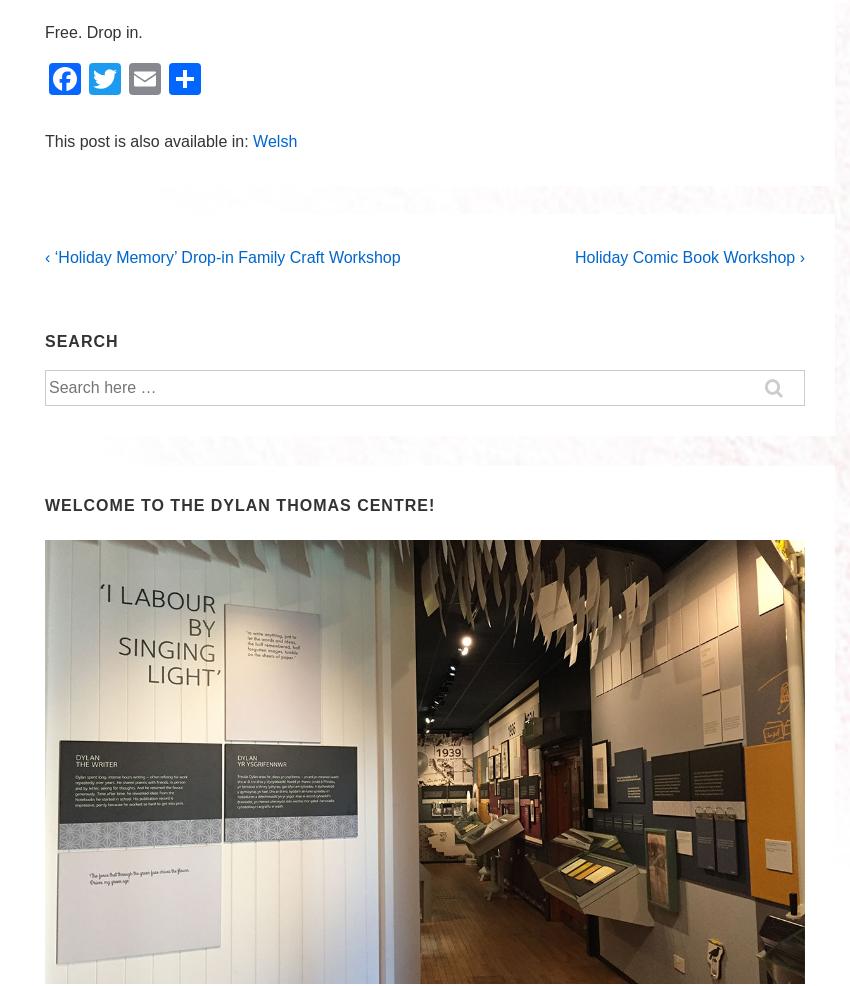  I want to click on 'Email', so click(175, 110).